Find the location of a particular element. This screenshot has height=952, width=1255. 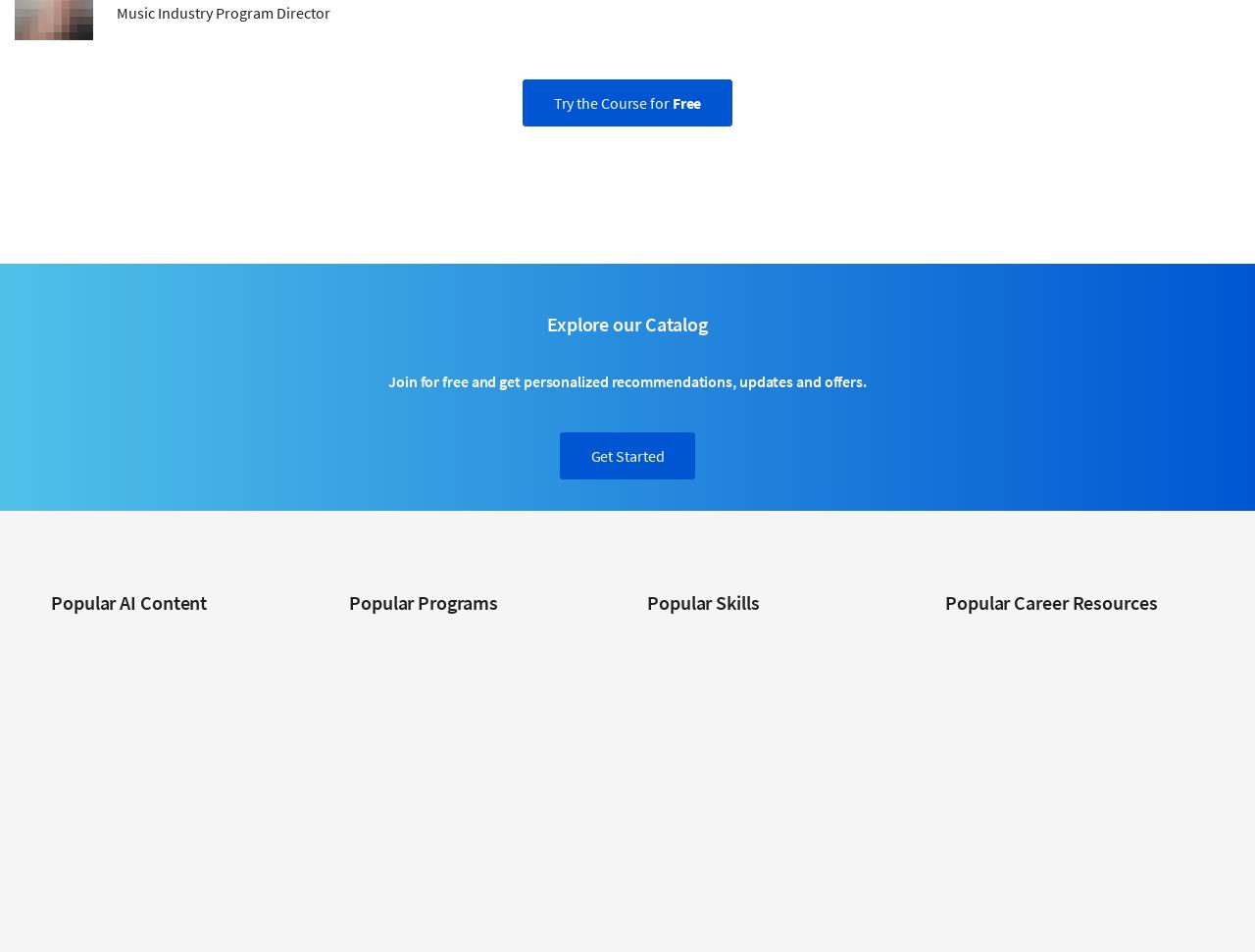

'Data Science Courses' is located at coordinates (707, 694).